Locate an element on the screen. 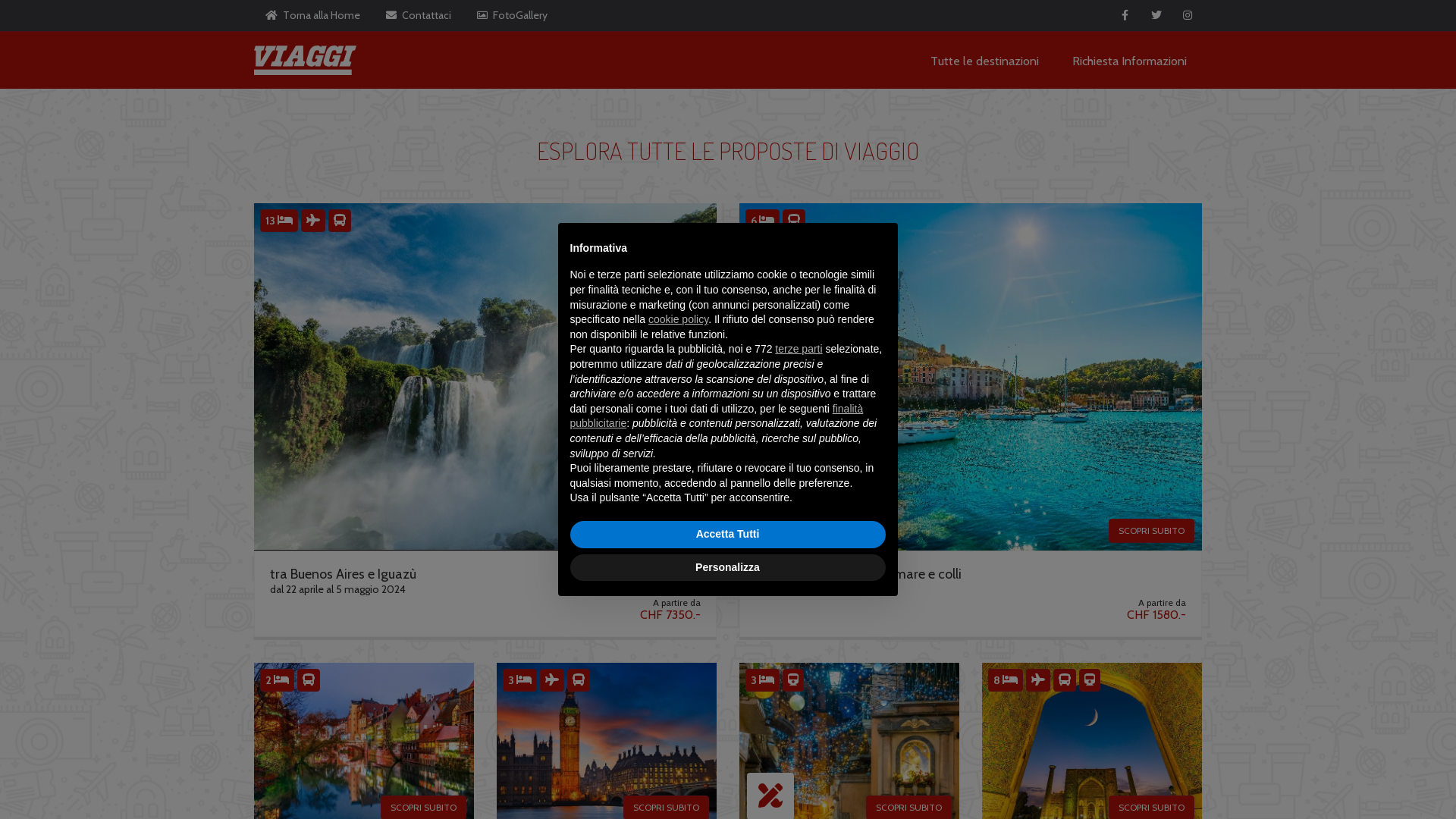  'Torna alla Home' is located at coordinates (254, 15).